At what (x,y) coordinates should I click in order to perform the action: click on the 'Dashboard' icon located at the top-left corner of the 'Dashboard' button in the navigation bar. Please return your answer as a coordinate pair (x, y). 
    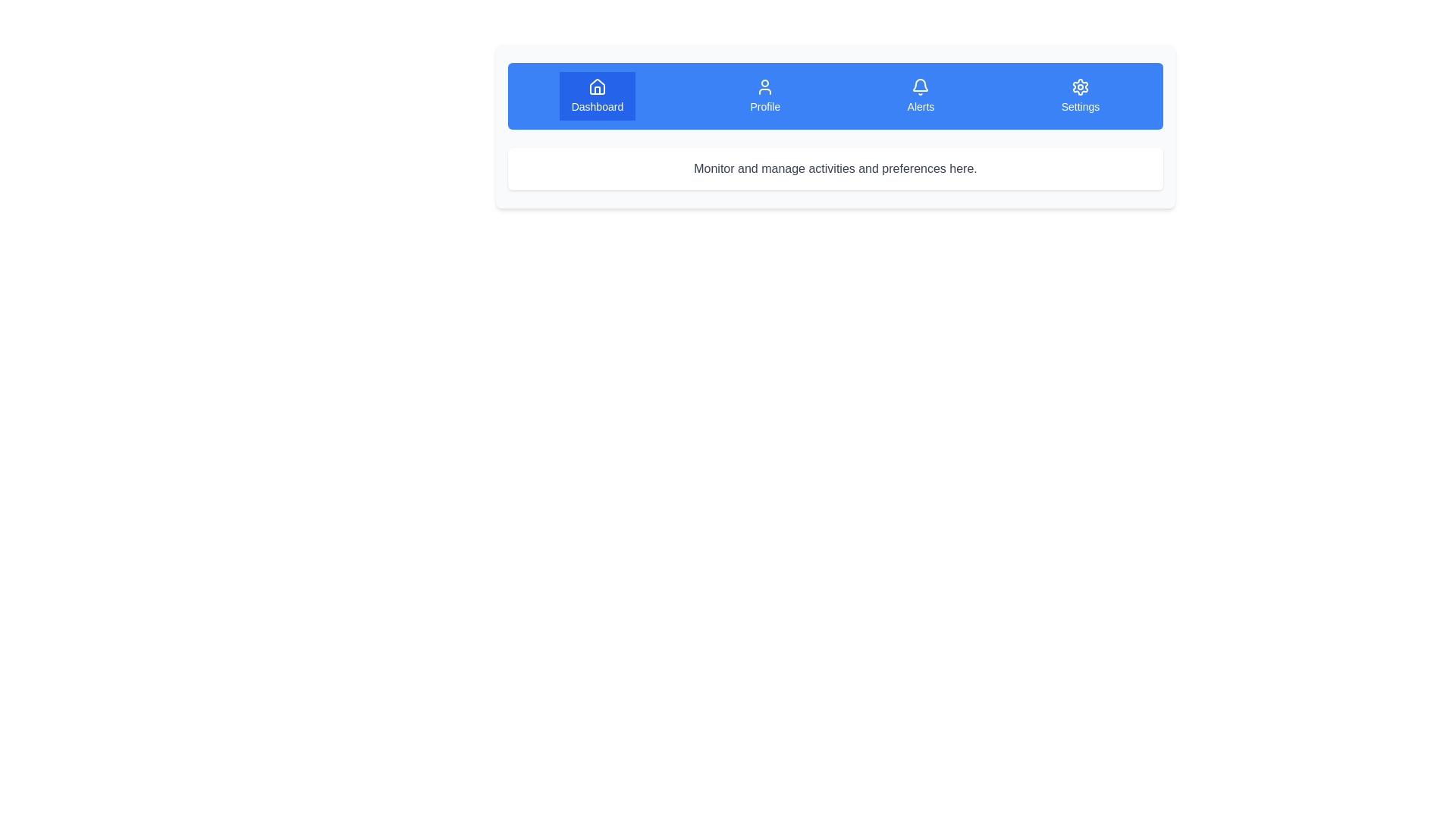
    Looking at the image, I should click on (596, 87).